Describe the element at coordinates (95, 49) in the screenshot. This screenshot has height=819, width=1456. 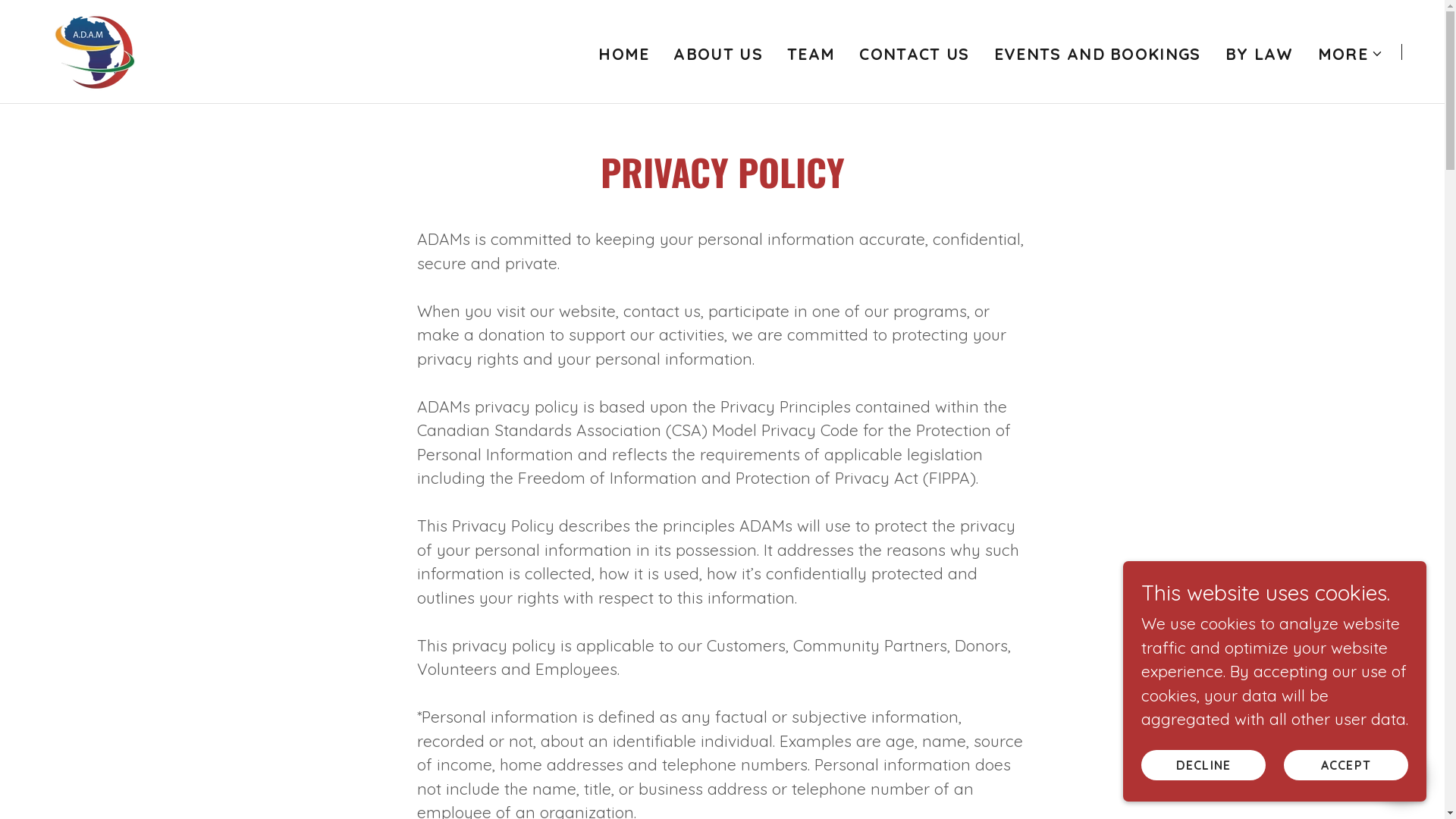
I see `'African Diaspora Association of the Maritimes'` at that location.